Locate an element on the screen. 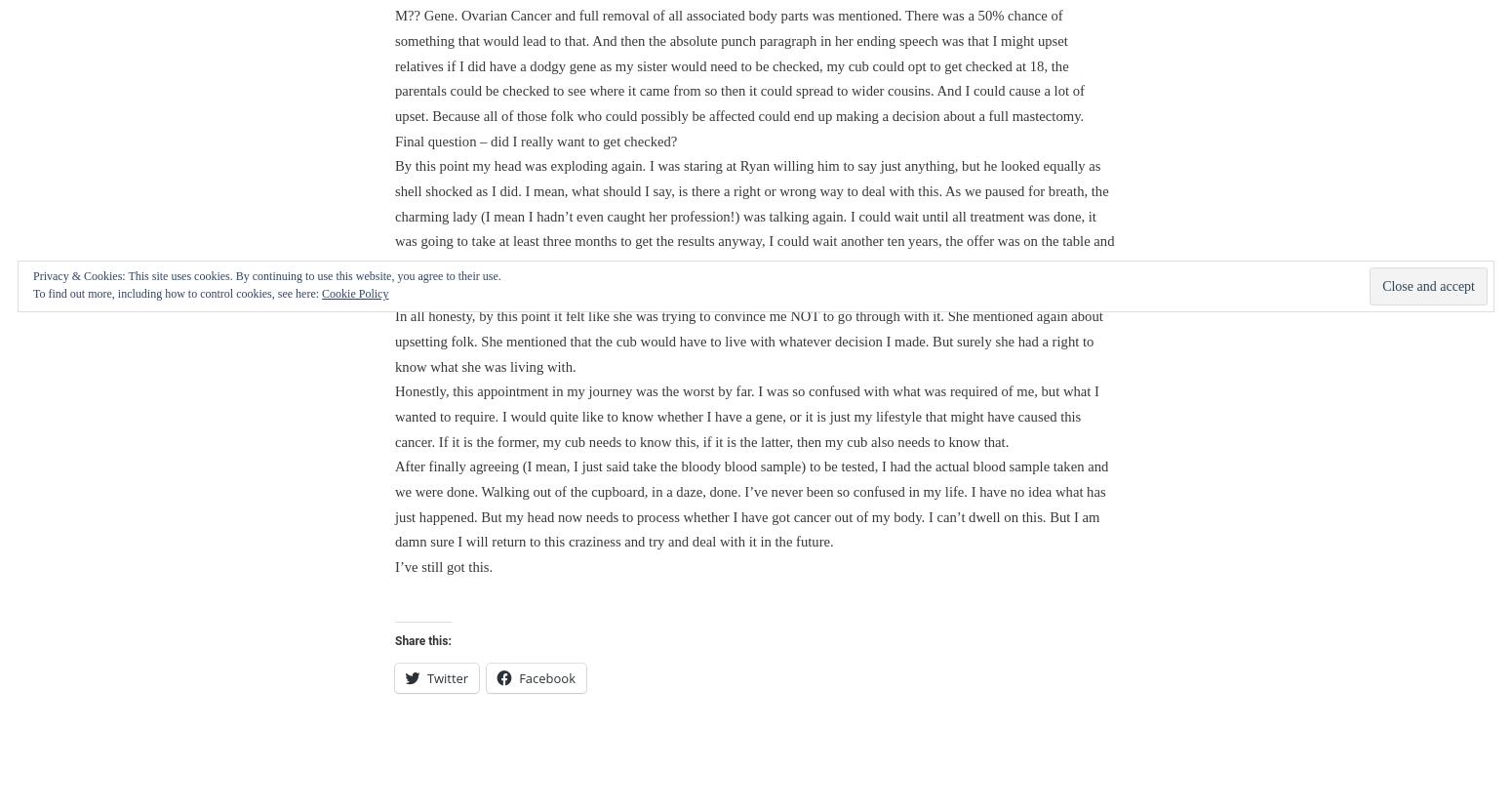 Image resolution: width=1512 pixels, height=811 pixels. 'To find out more, including how to control cookies, see here:' is located at coordinates (176, 293).